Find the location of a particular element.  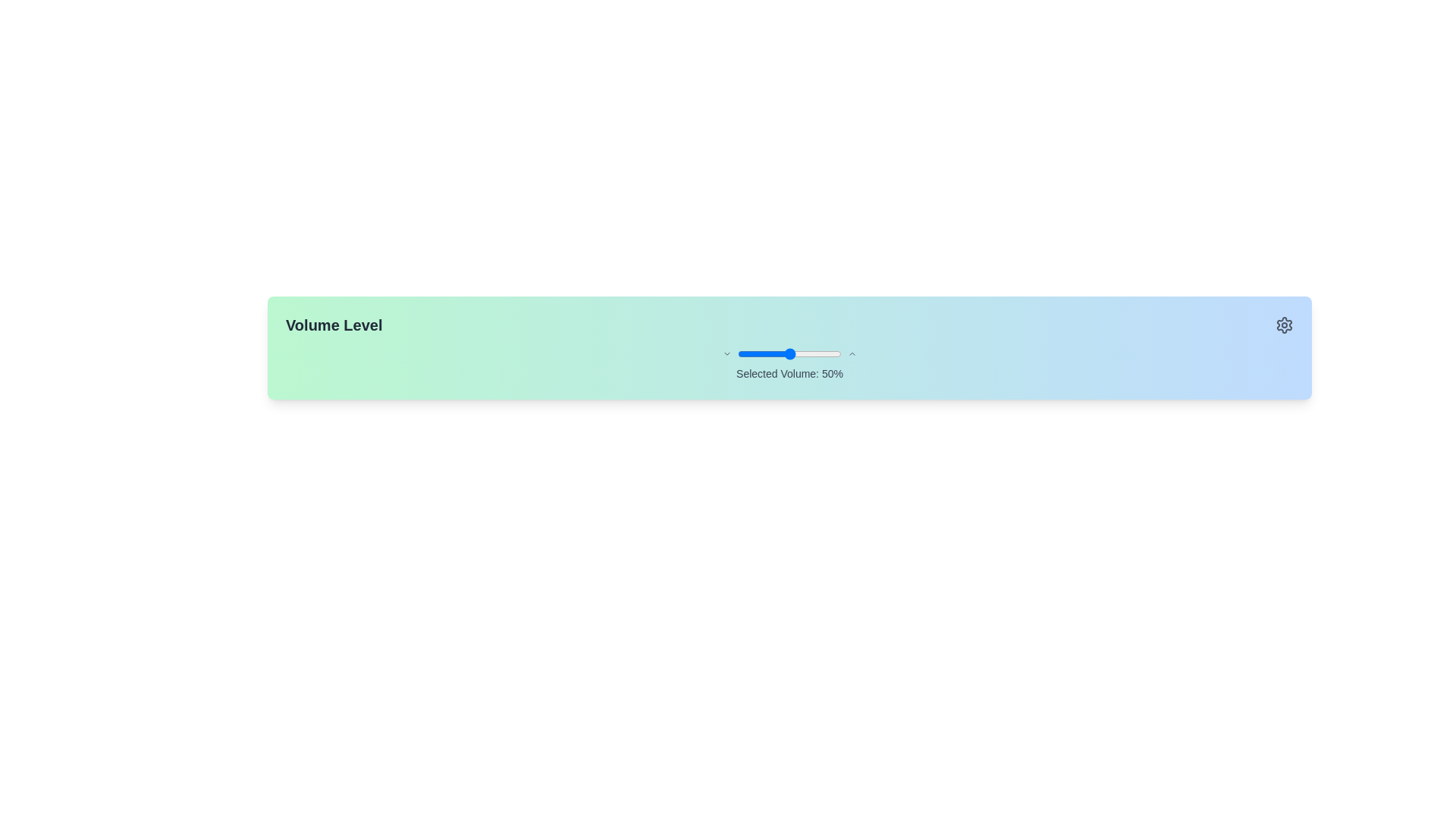

the slider value is located at coordinates (817, 353).